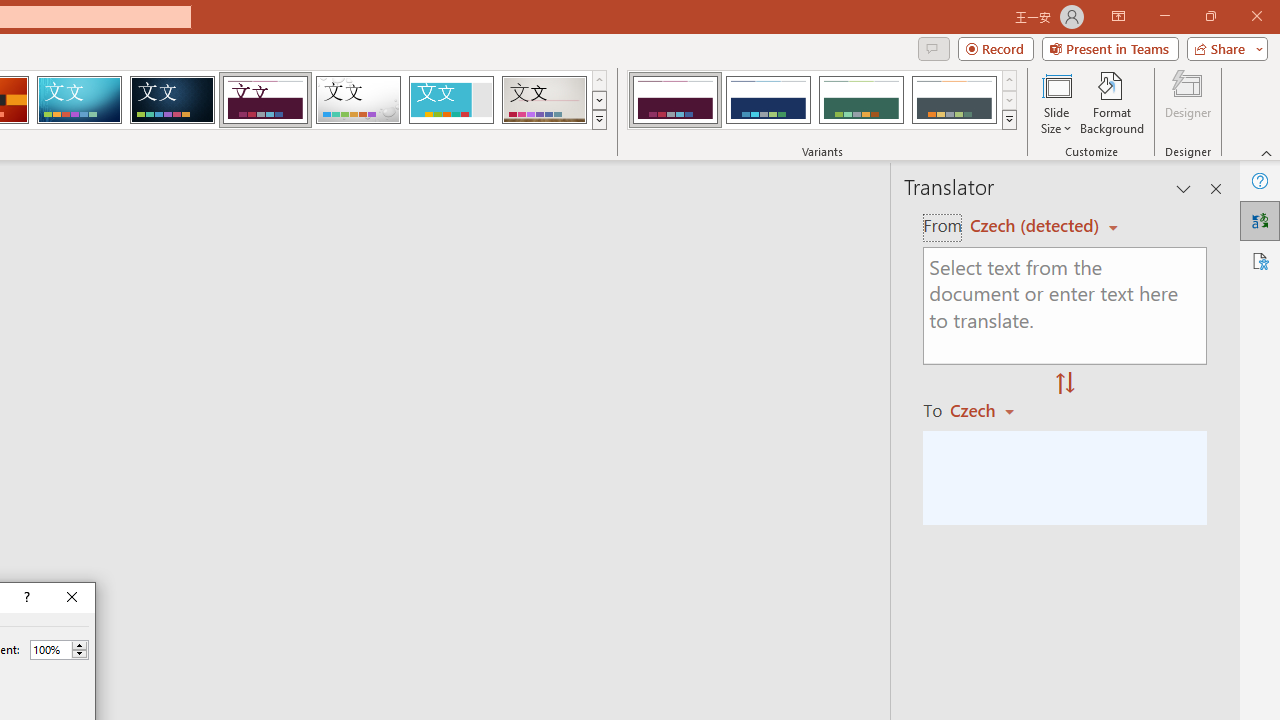  What do you see at coordinates (50, 649) in the screenshot?
I see `'Percent'` at bounding box center [50, 649].